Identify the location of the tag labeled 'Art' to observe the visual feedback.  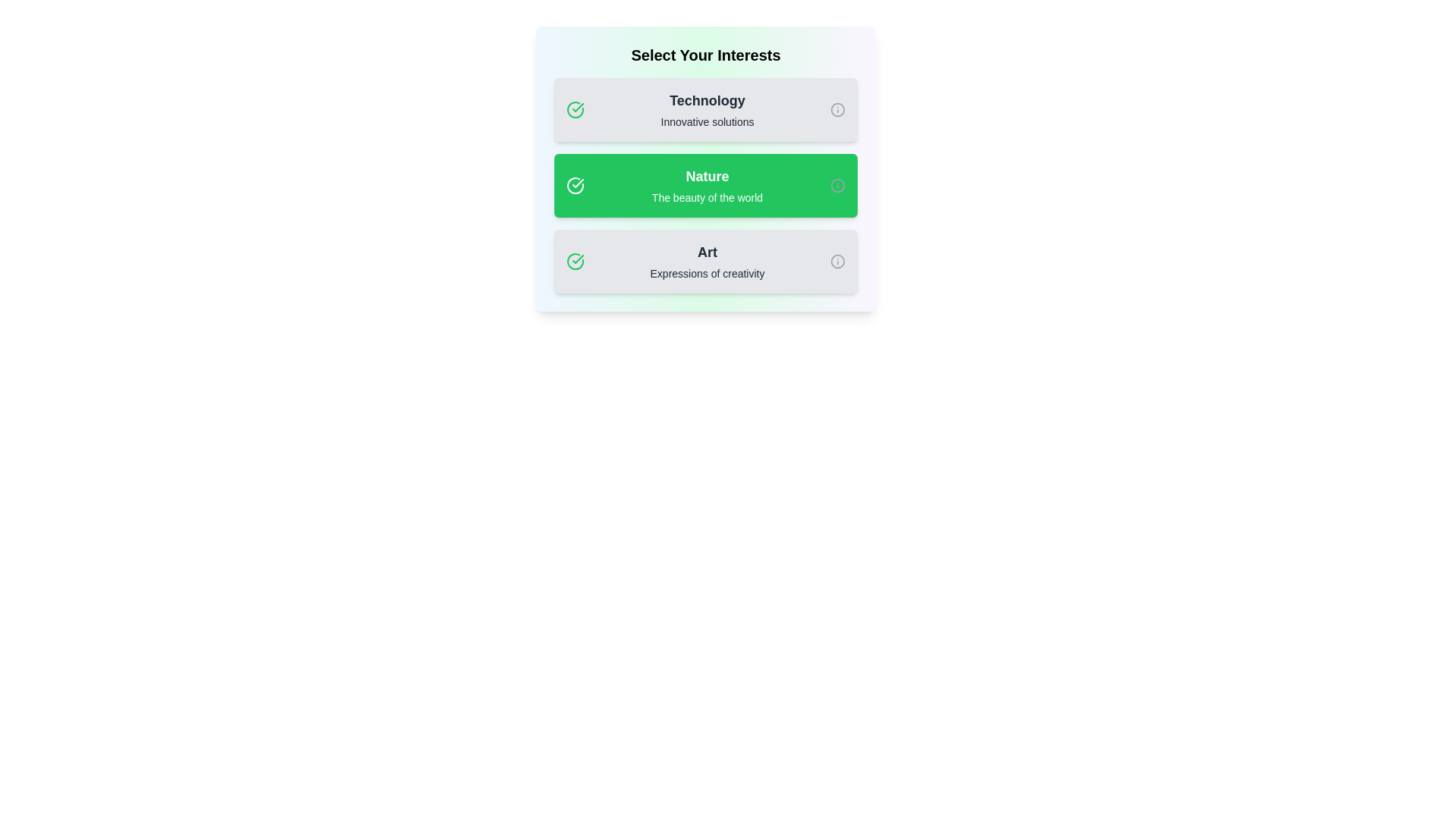
(705, 260).